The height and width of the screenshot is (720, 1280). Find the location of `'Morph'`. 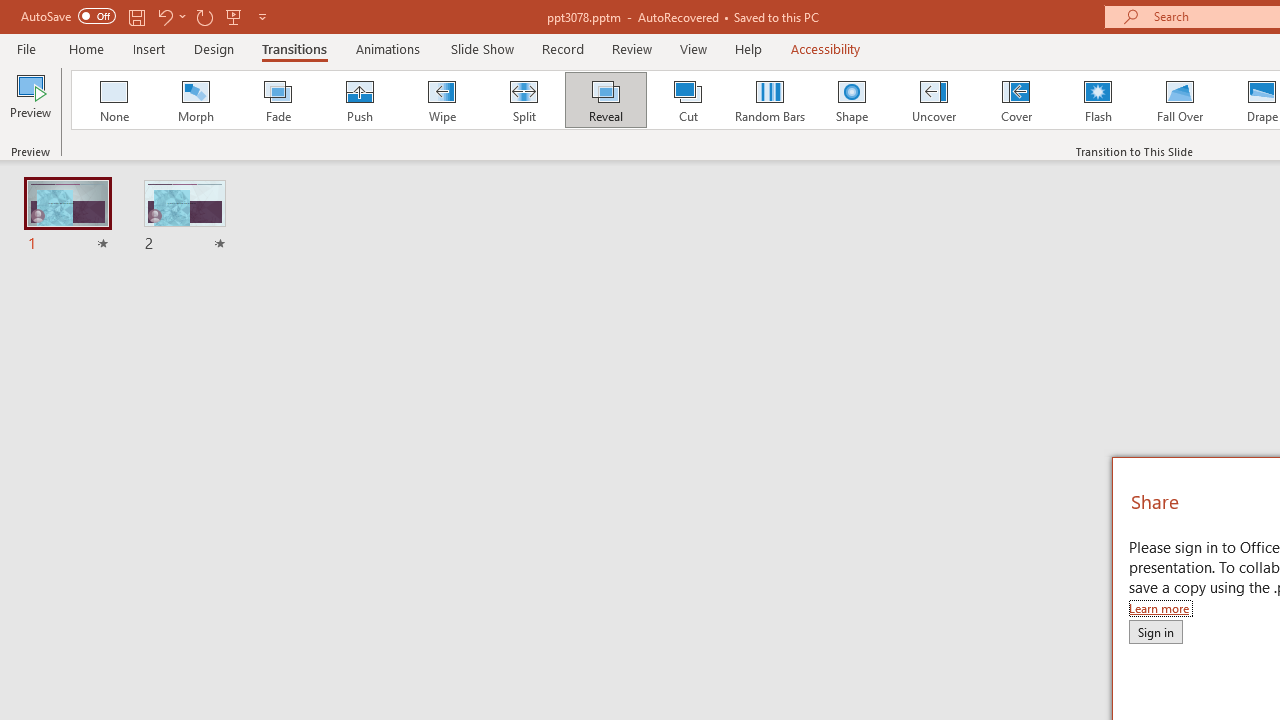

'Morph' is located at coordinates (195, 100).